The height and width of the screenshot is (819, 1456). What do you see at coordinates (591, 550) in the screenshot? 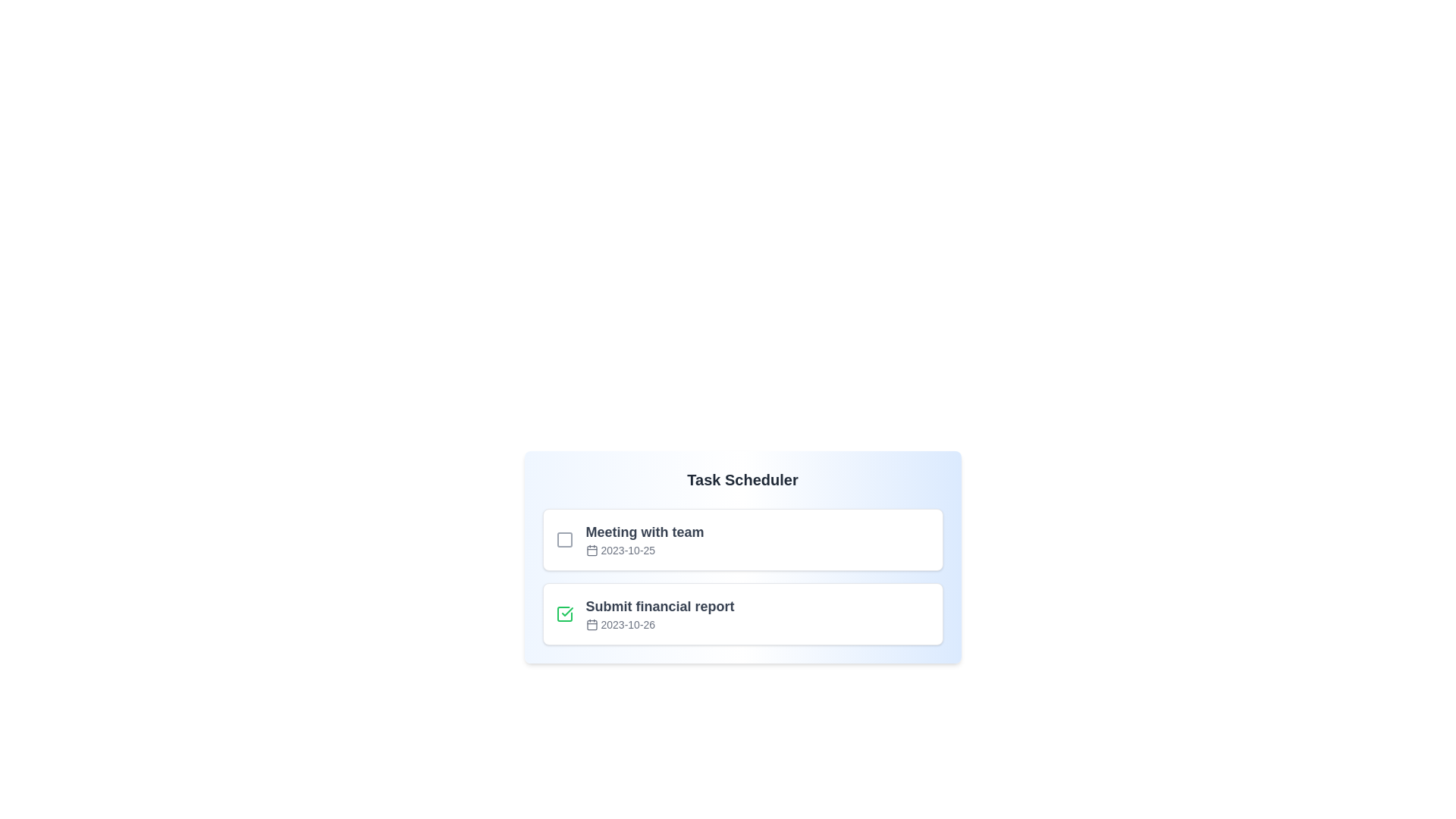
I see `the small calendar icon located to the left of the date text '2023-10-25', which is part of the visual grouping for 'Meeting with team'` at bounding box center [591, 550].